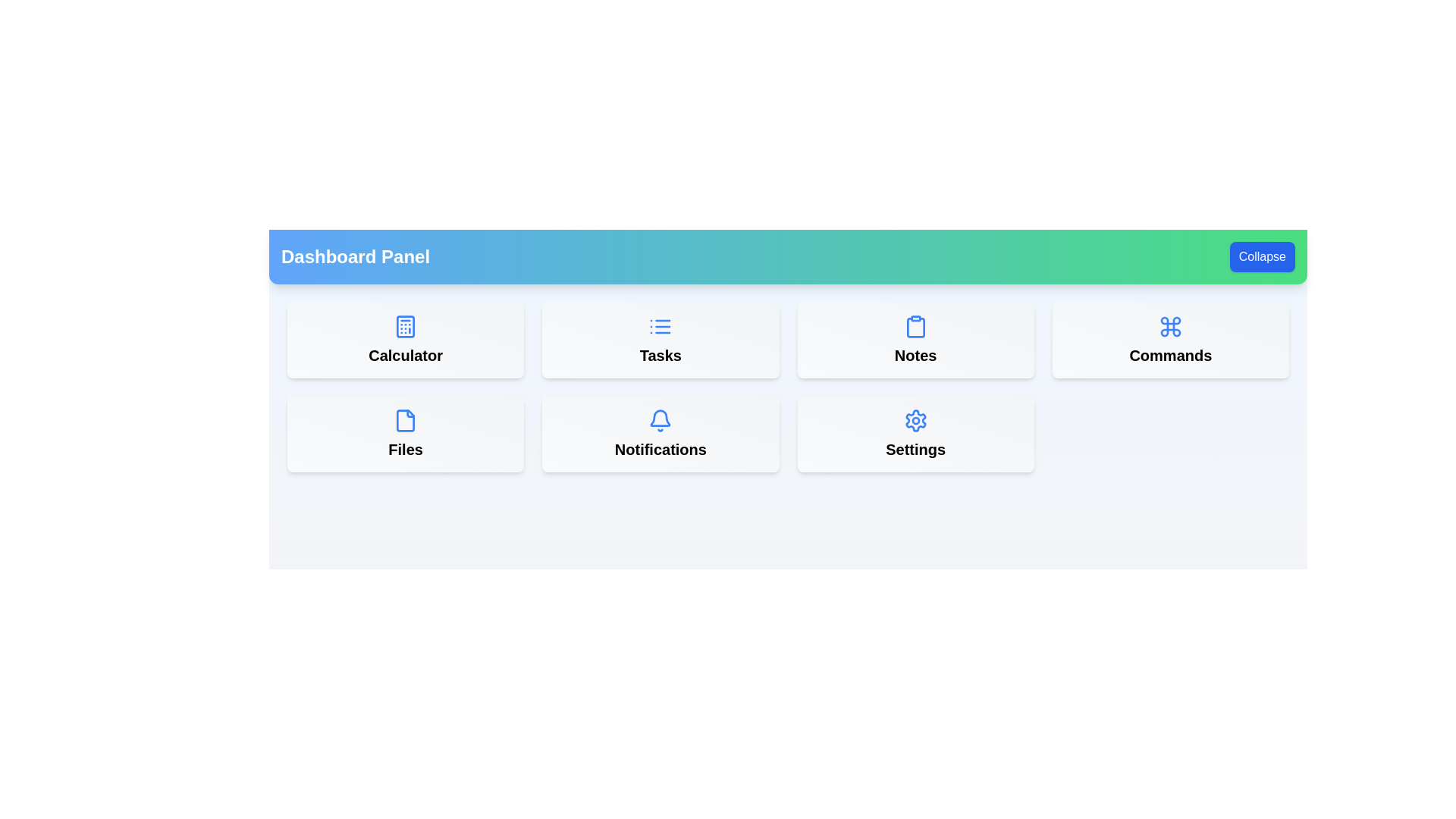  I want to click on the menu item labeled Notifications, so click(661, 435).